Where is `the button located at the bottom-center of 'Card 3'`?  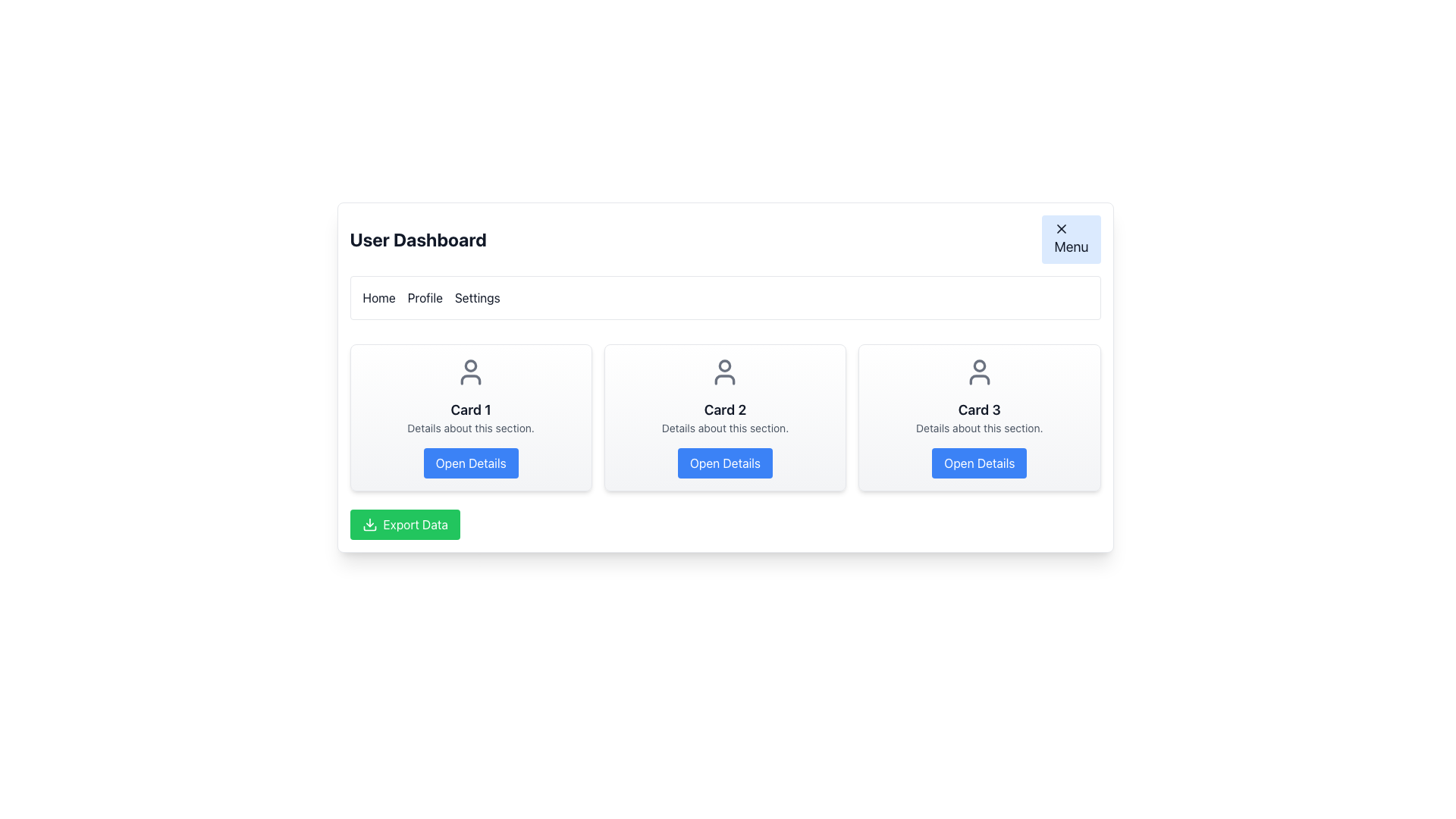 the button located at the bottom-center of 'Card 3' is located at coordinates (979, 462).